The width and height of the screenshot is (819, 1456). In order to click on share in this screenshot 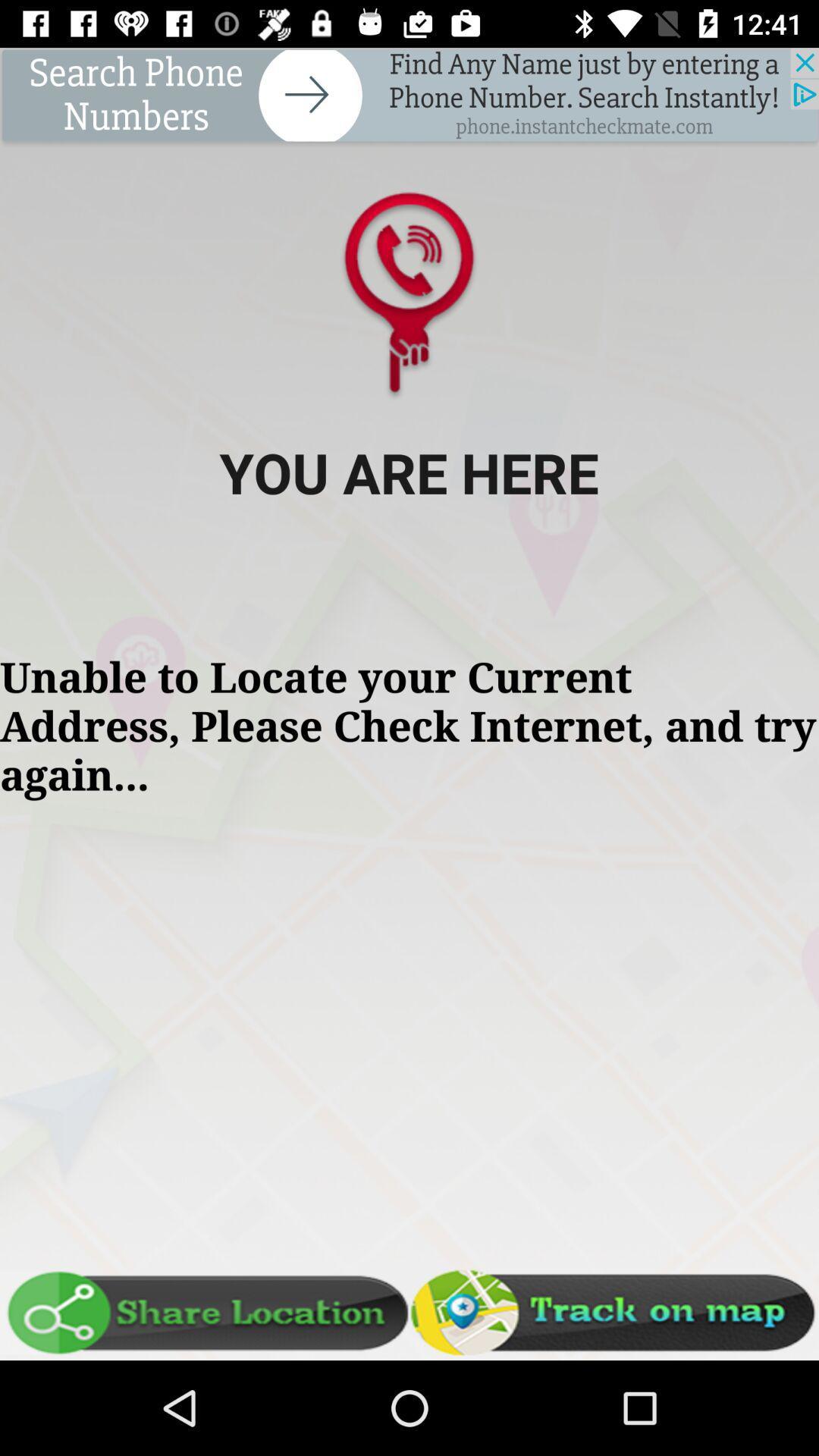, I will do `click(205, 1312)`.